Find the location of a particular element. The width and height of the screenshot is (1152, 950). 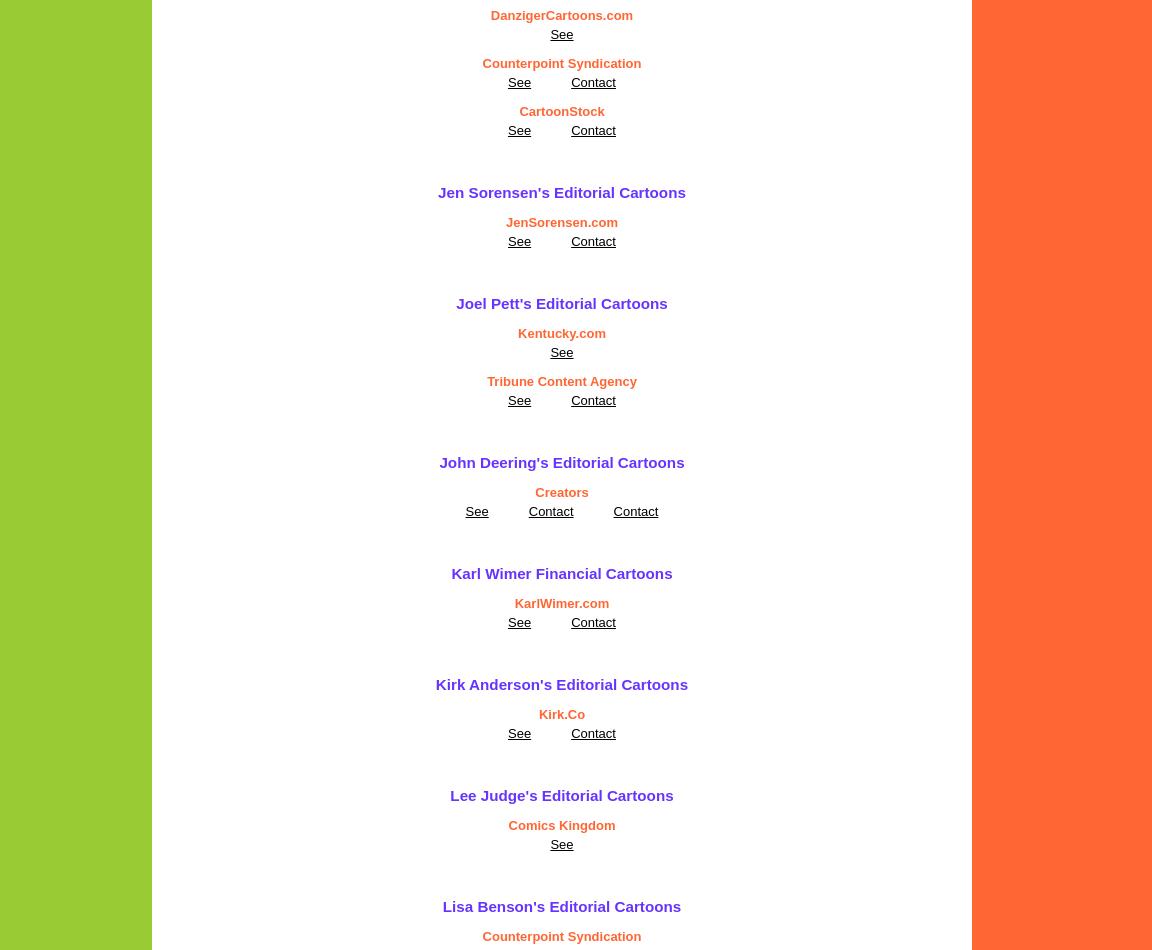

'Kirk.Co' is located at coordinates (561, 713).